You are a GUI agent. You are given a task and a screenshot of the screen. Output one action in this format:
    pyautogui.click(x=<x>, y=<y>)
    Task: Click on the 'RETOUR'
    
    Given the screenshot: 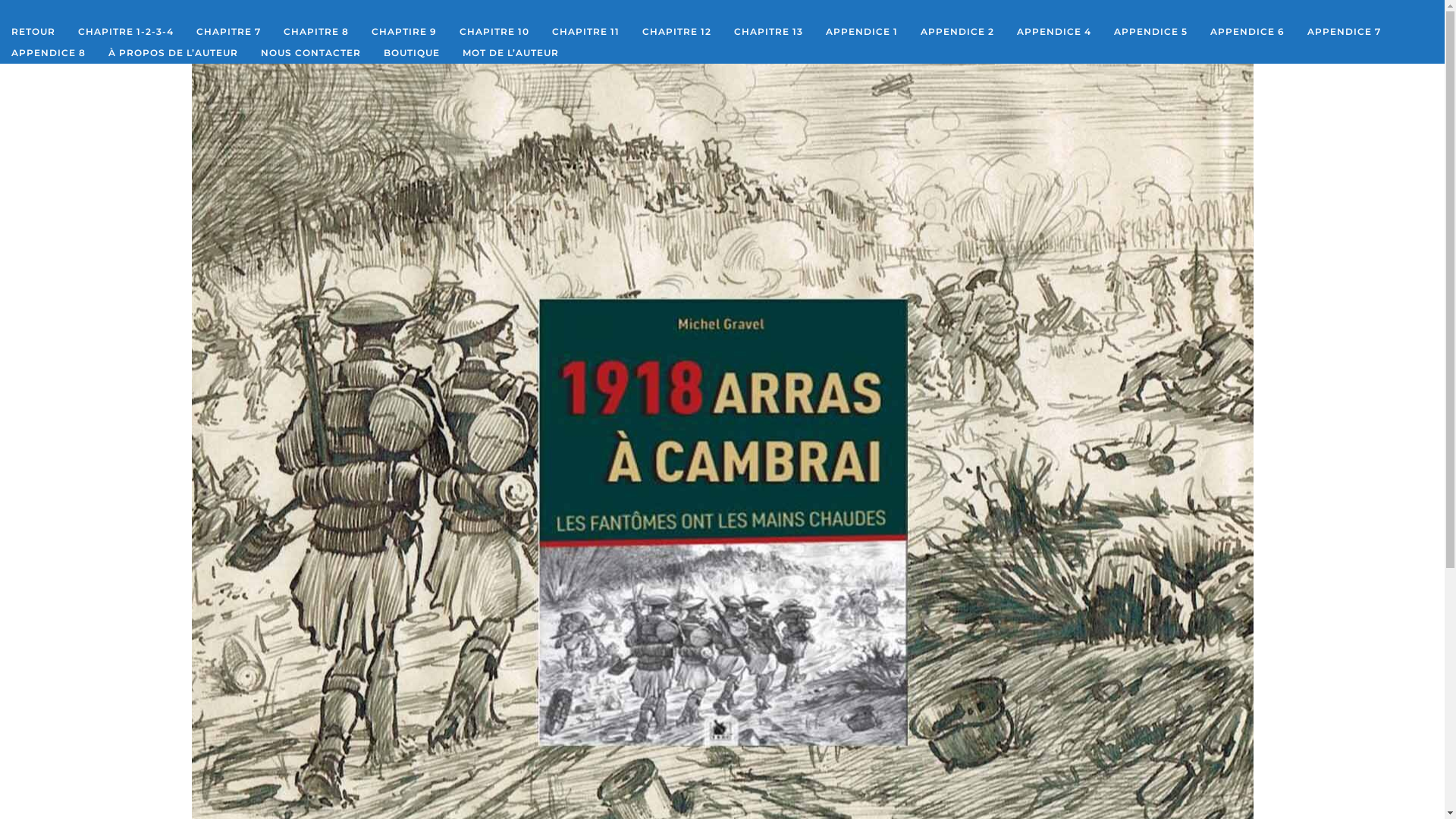 What is the action you would take?
    pyautogui.click(x=33, y=32)
    